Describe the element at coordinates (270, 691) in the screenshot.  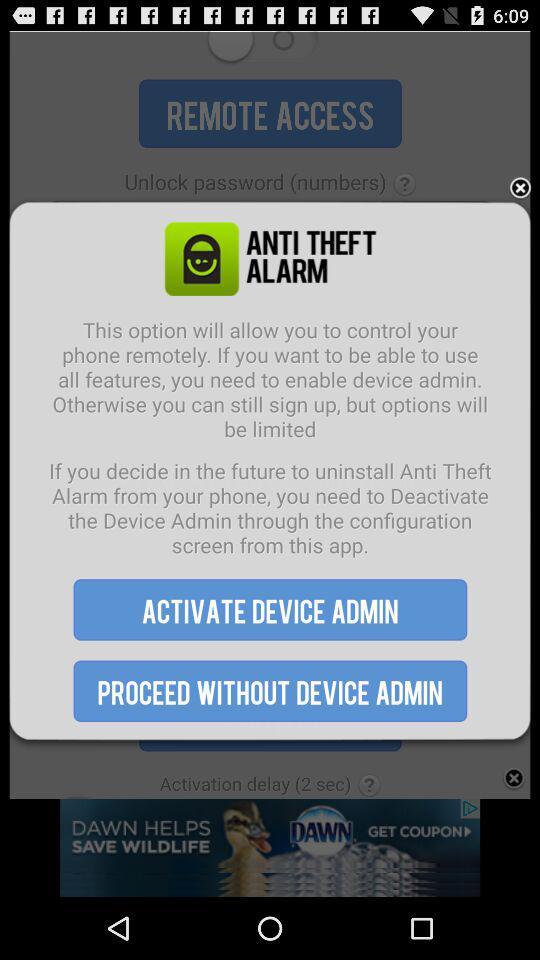
I see `proceed without device` at that location.